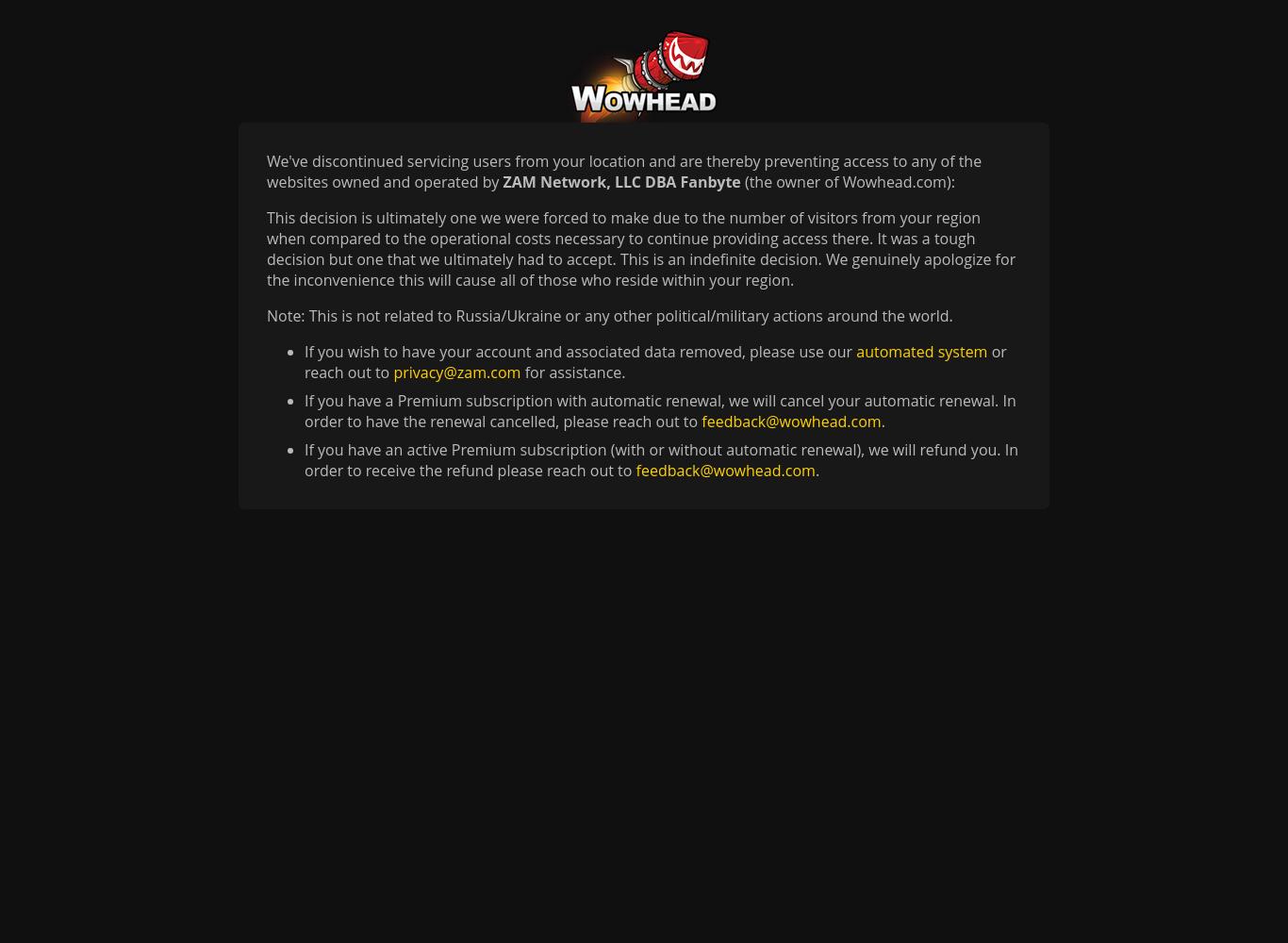  Describe the element at coordinates (740, 181) in the screenshot. I see `'(the owner of Wowhead.com):'` at that location.